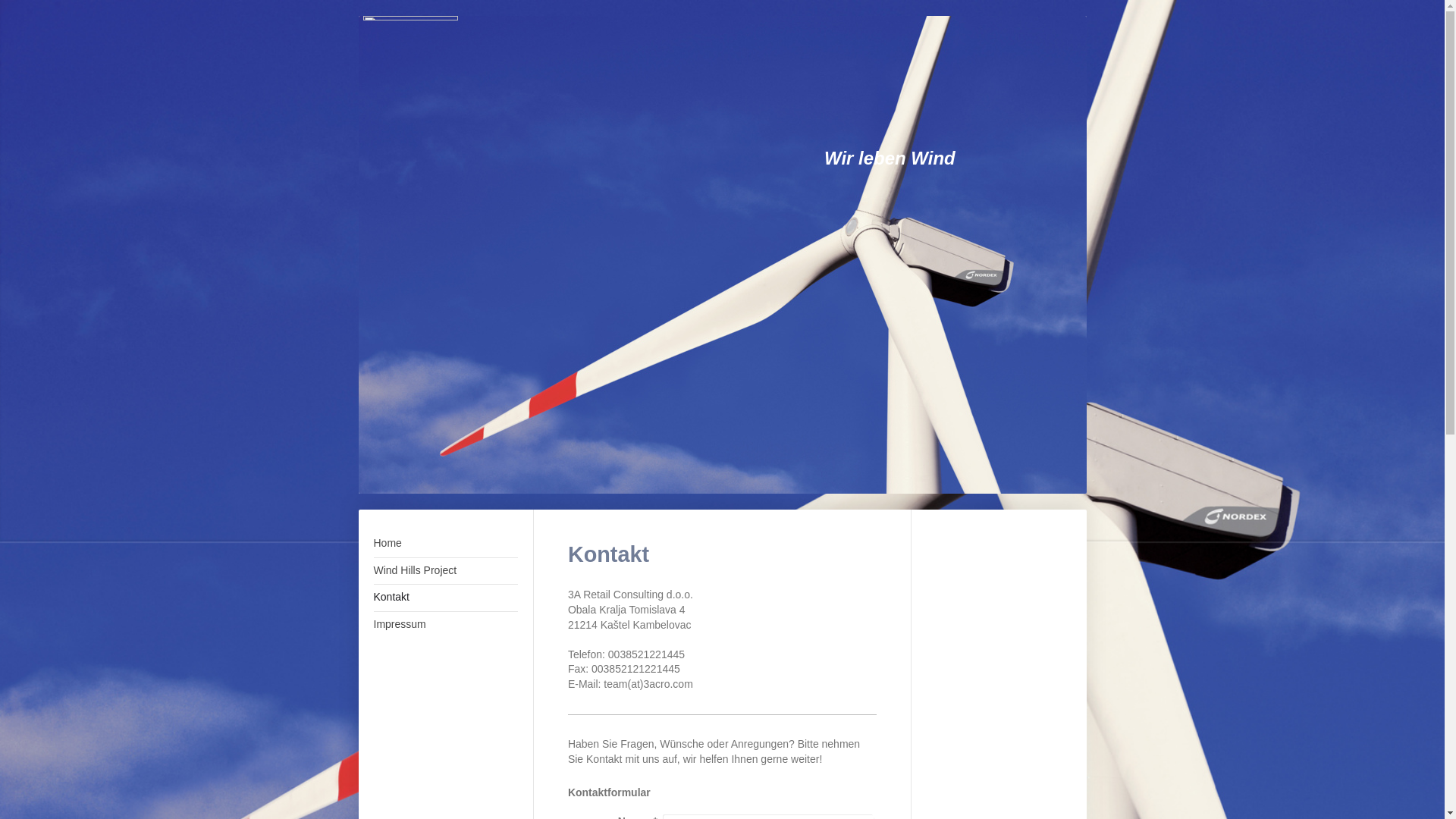  Describe the element at coordinates (444, 597) in the screenshot. I see `'Kontakt'` at that location.